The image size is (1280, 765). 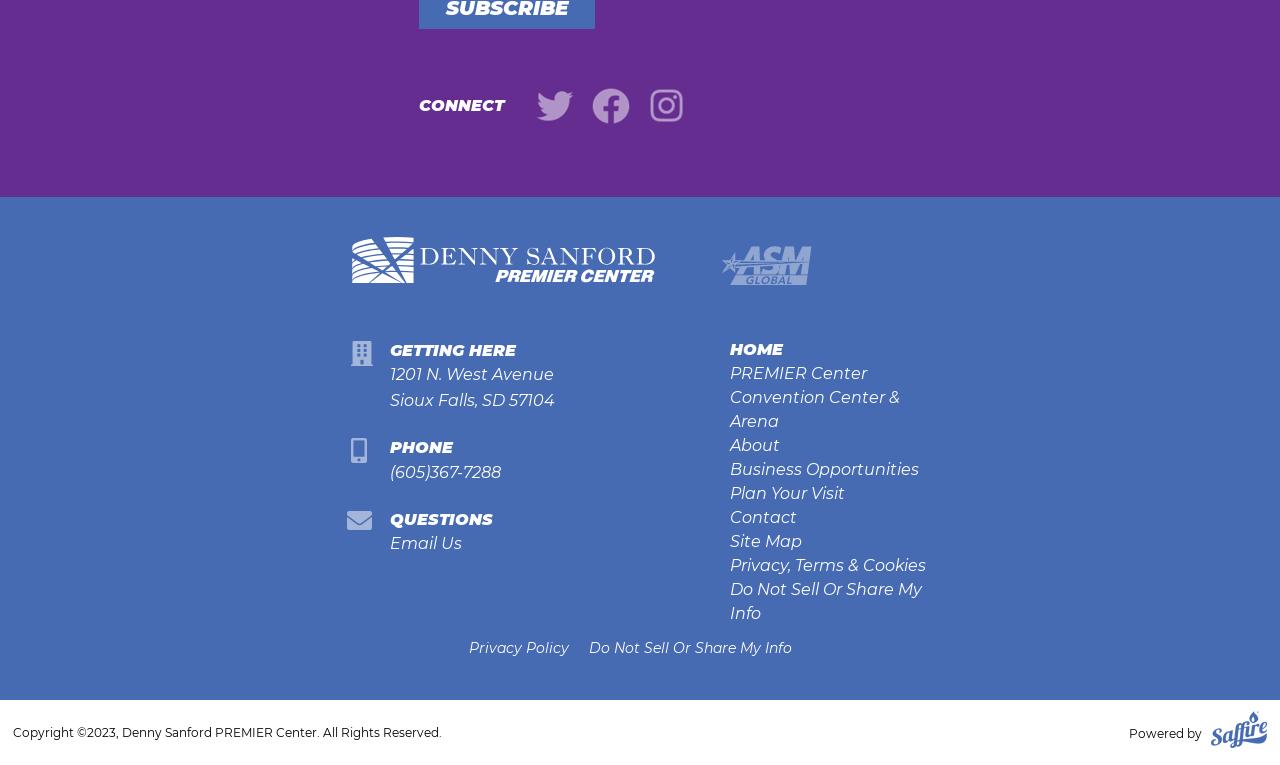 I want to click on 'Convention Center & Arena', so click(x=813, y=409).